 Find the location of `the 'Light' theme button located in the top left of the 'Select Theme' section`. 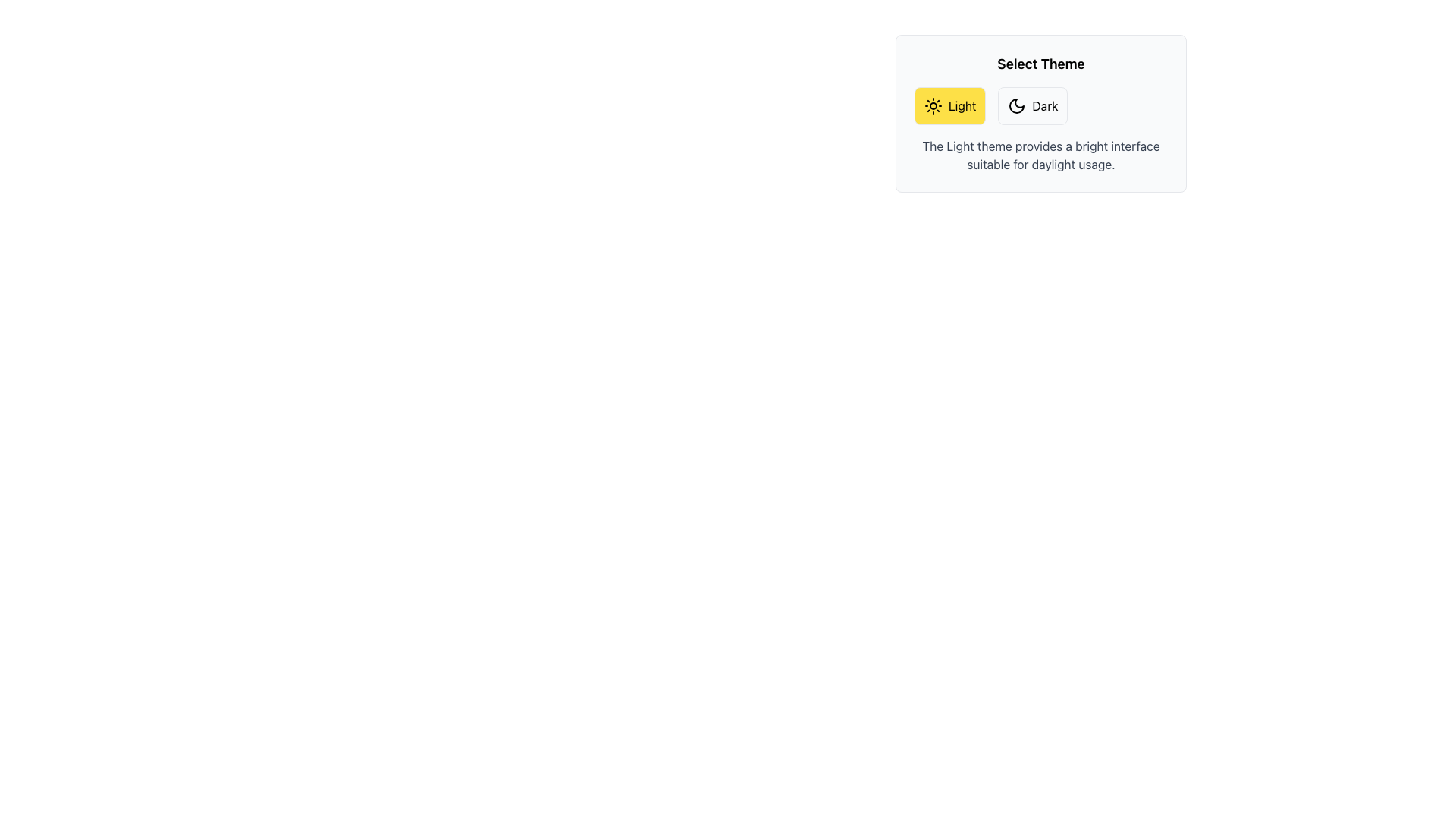

the 'Light' theme button located in the top left of the 'Select Theme' section is located at coordinates (949, 105).